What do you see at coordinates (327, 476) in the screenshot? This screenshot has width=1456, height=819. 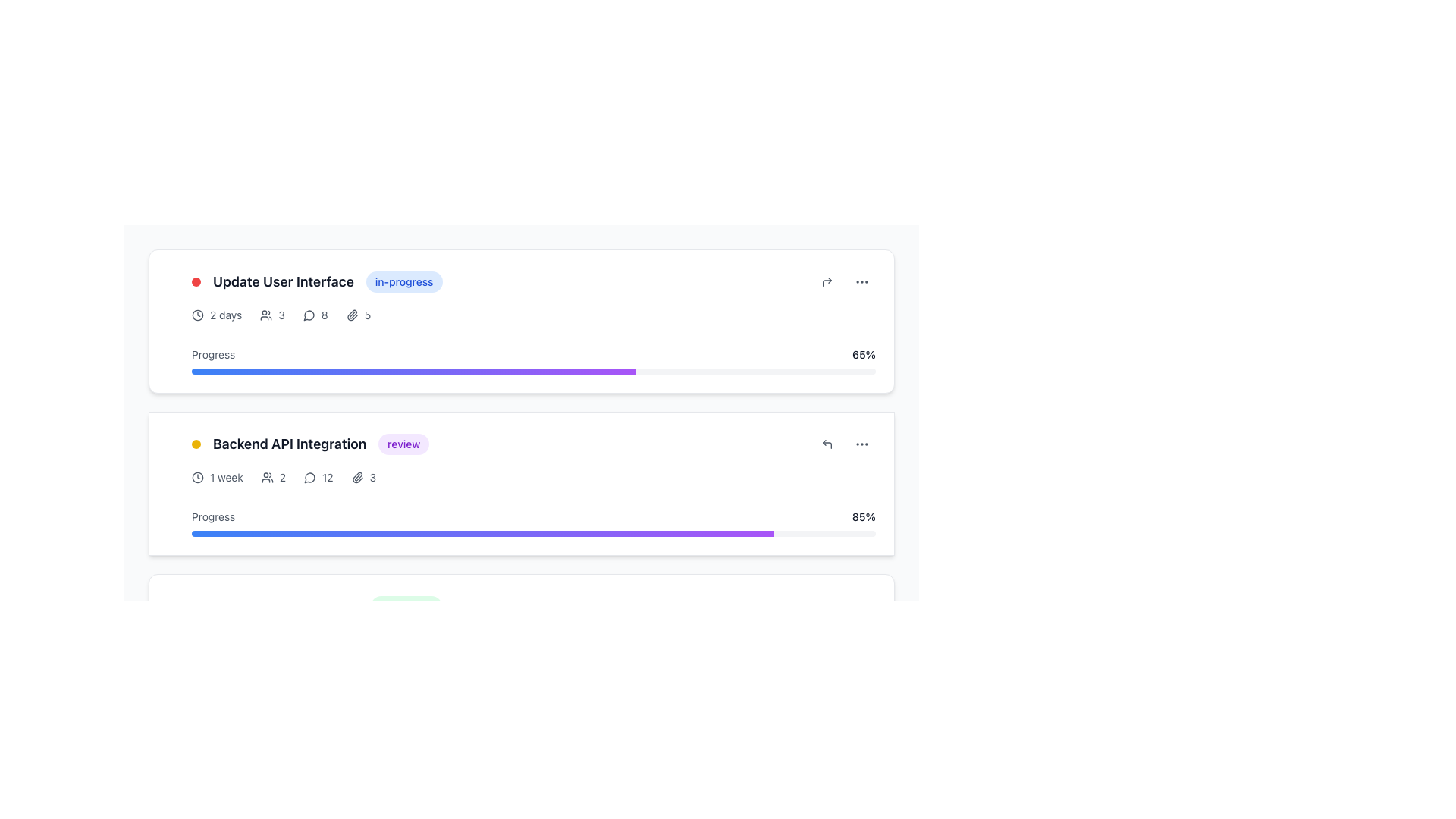 I see `the static text indicating the numerical count of comments or messages located in the bottom-left area of the 'Backend API Integration' card, next to the comment bubble icon` at bounding box center [327, 476].